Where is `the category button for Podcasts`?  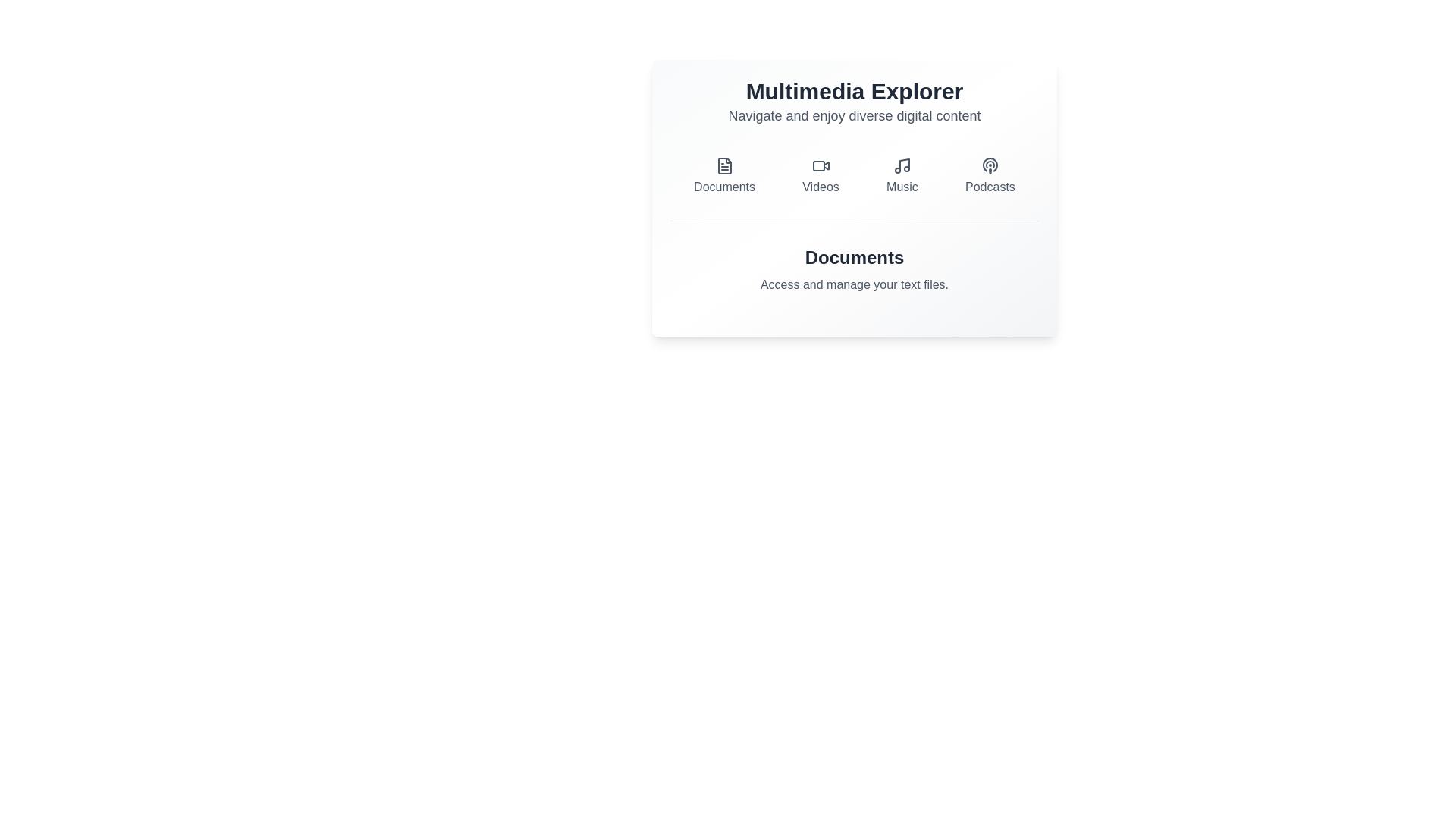
the category button for Podcasts is located at coordinates (990, 175).